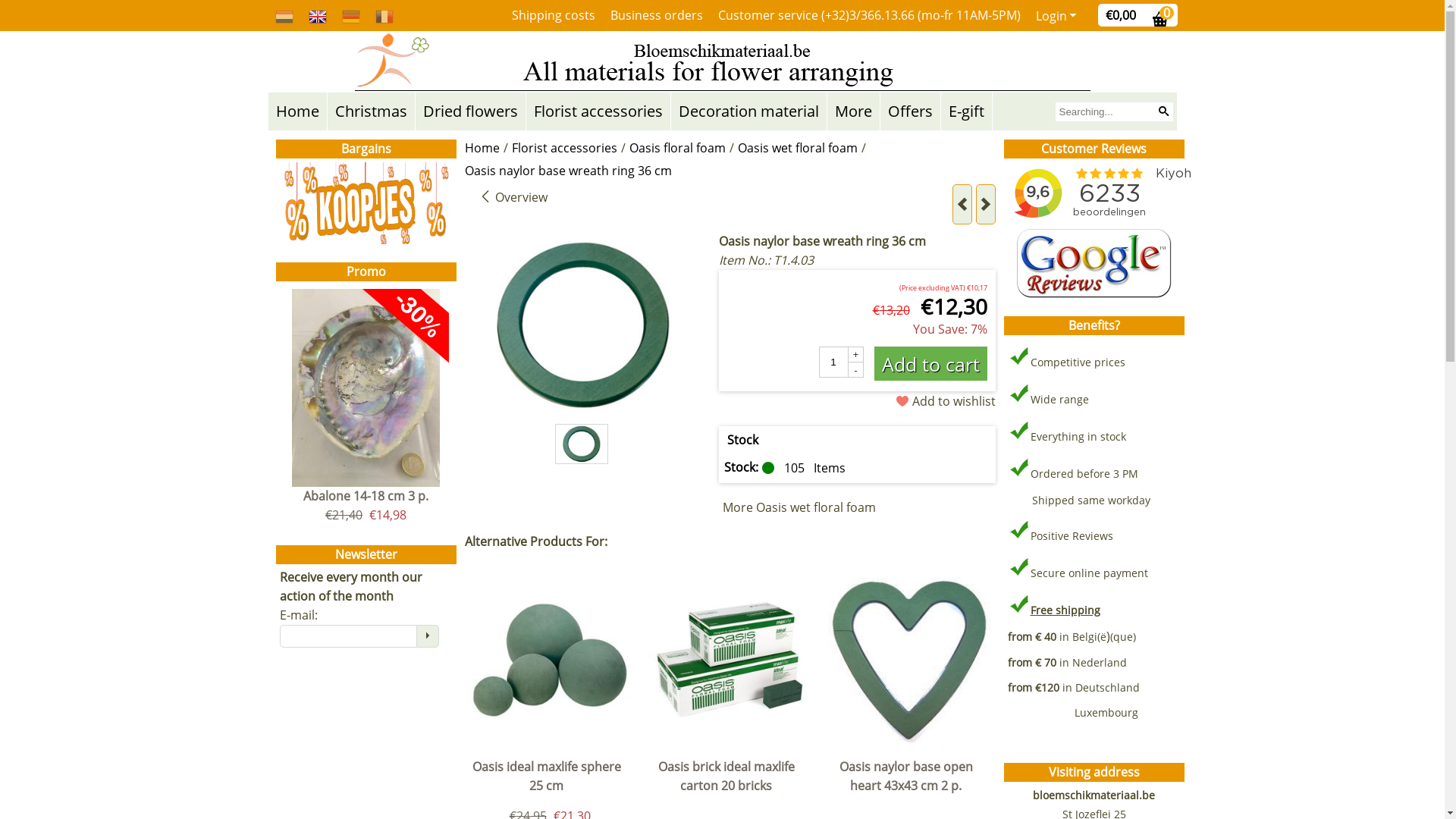 The width and height of the screenshot is (1456, 819). Describe the element at coordinates (909, 780) in the screenshot. I see `'Oasis naylor base open heart 43x43 cm 2 p.'` at that location.